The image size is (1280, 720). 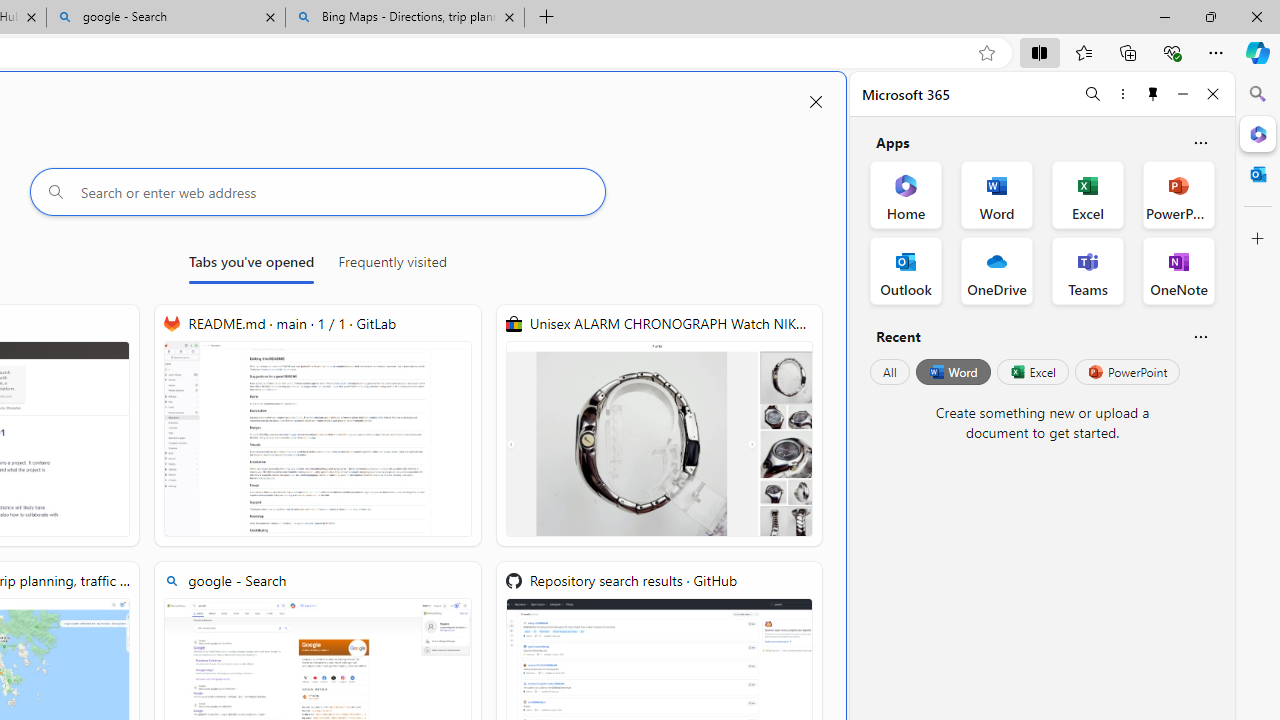 I want to click on 'Excel Office App', so click(x=1087, y=195).